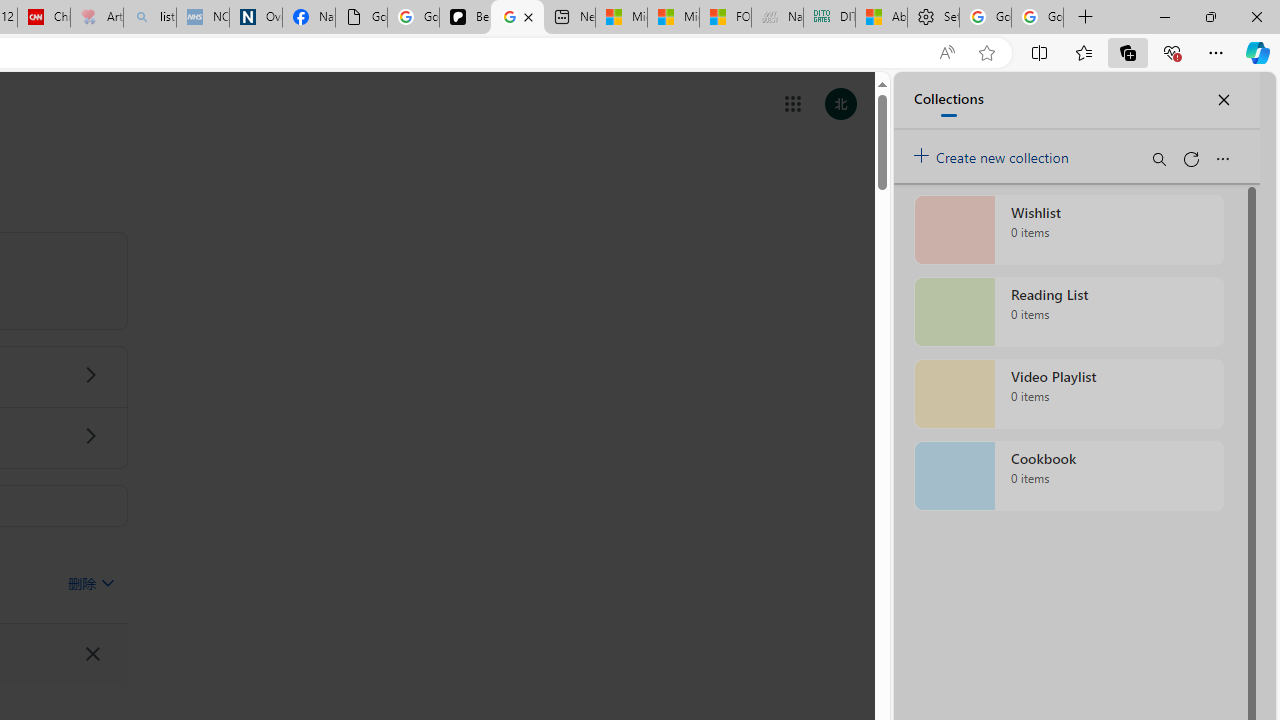  Describe the element at coordinates (724, 17) in the screenshot. I see `'FOX News - MSN'` at that location.